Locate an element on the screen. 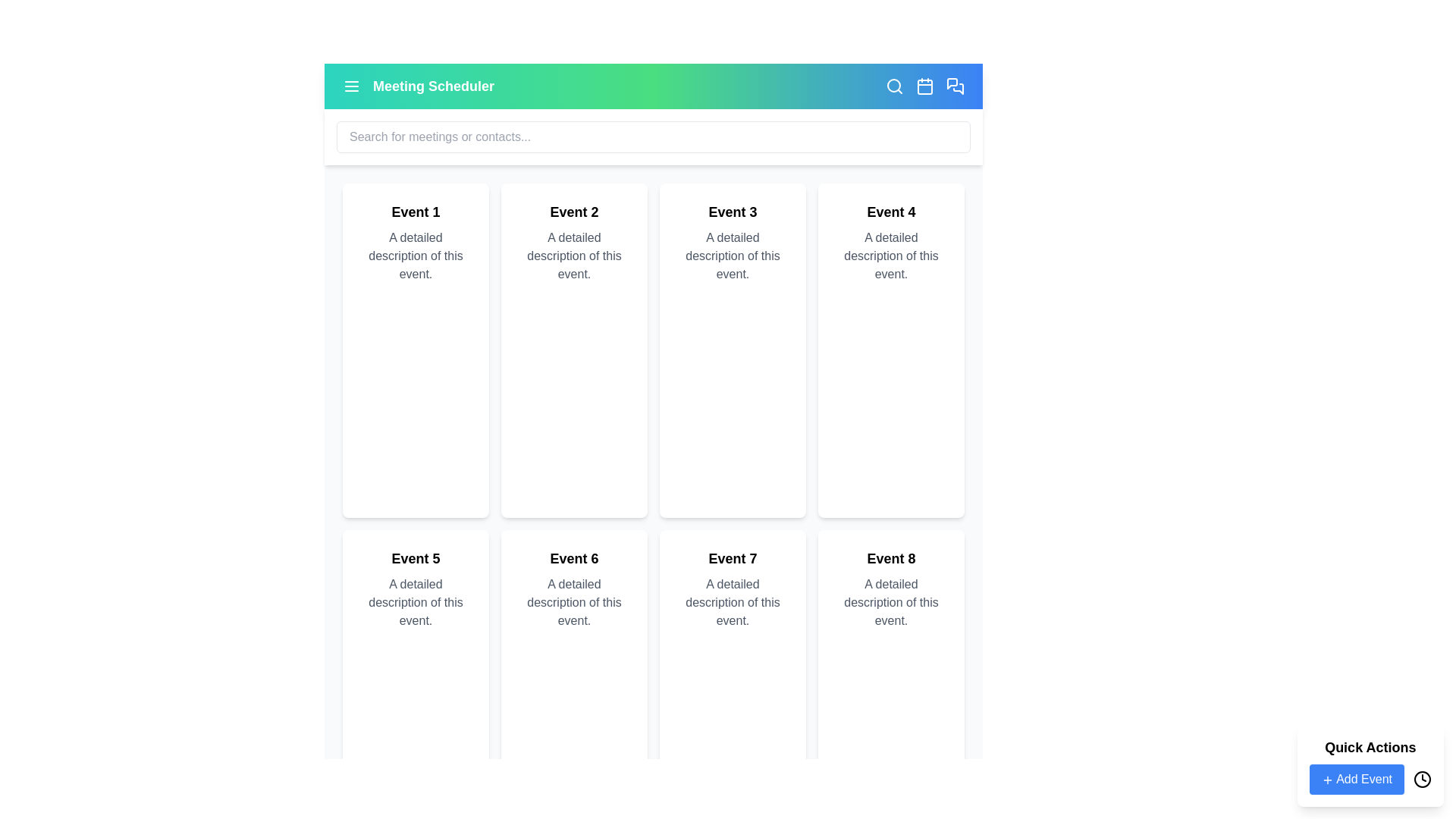  the Text label located in the bottom-right corner of the interface, which serves as a heading for a section grouping actionable items is located at coordinates (1370, 747).